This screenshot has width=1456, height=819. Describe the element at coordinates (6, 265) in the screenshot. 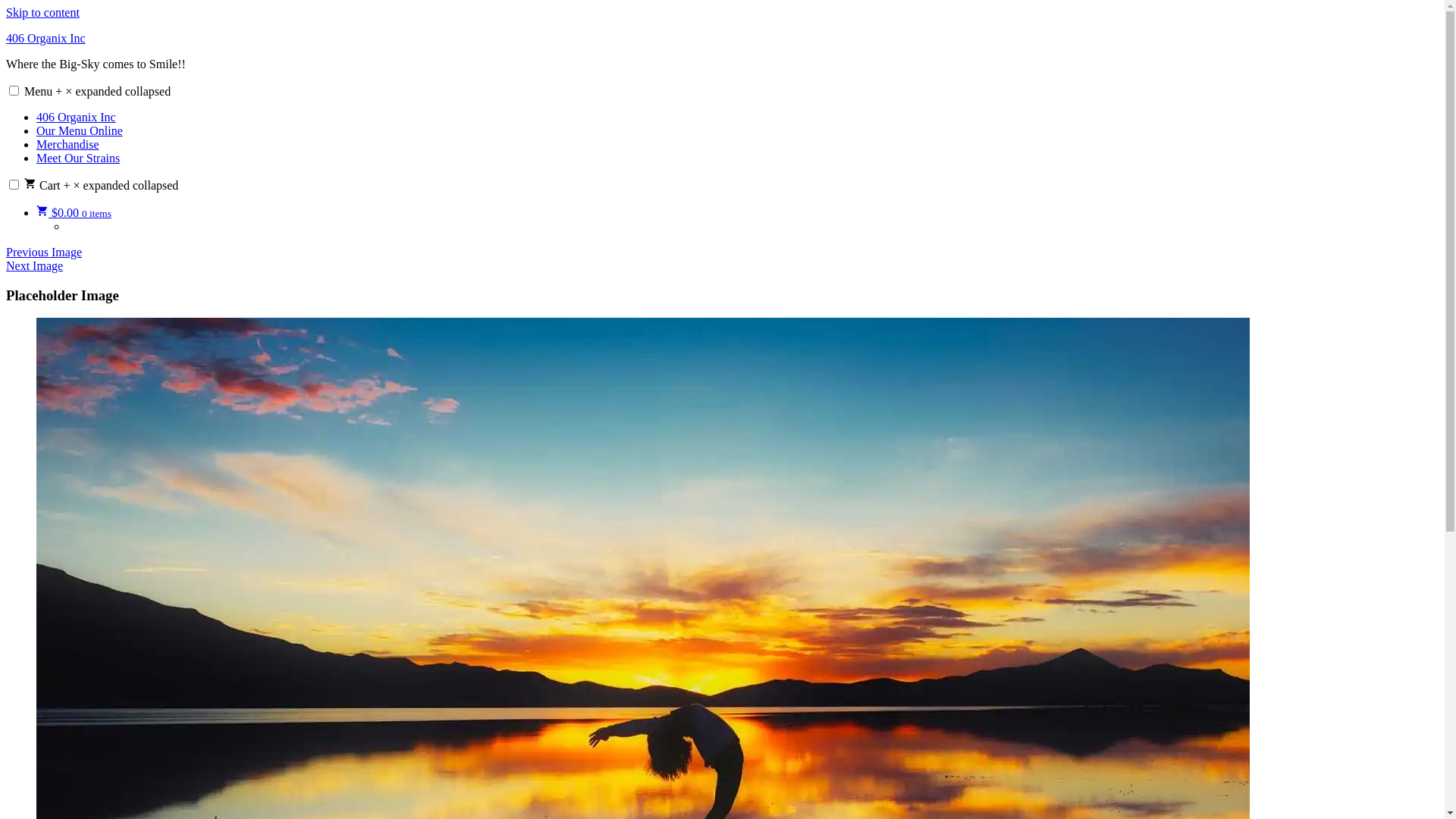

I see `'Next Image'` at that location.